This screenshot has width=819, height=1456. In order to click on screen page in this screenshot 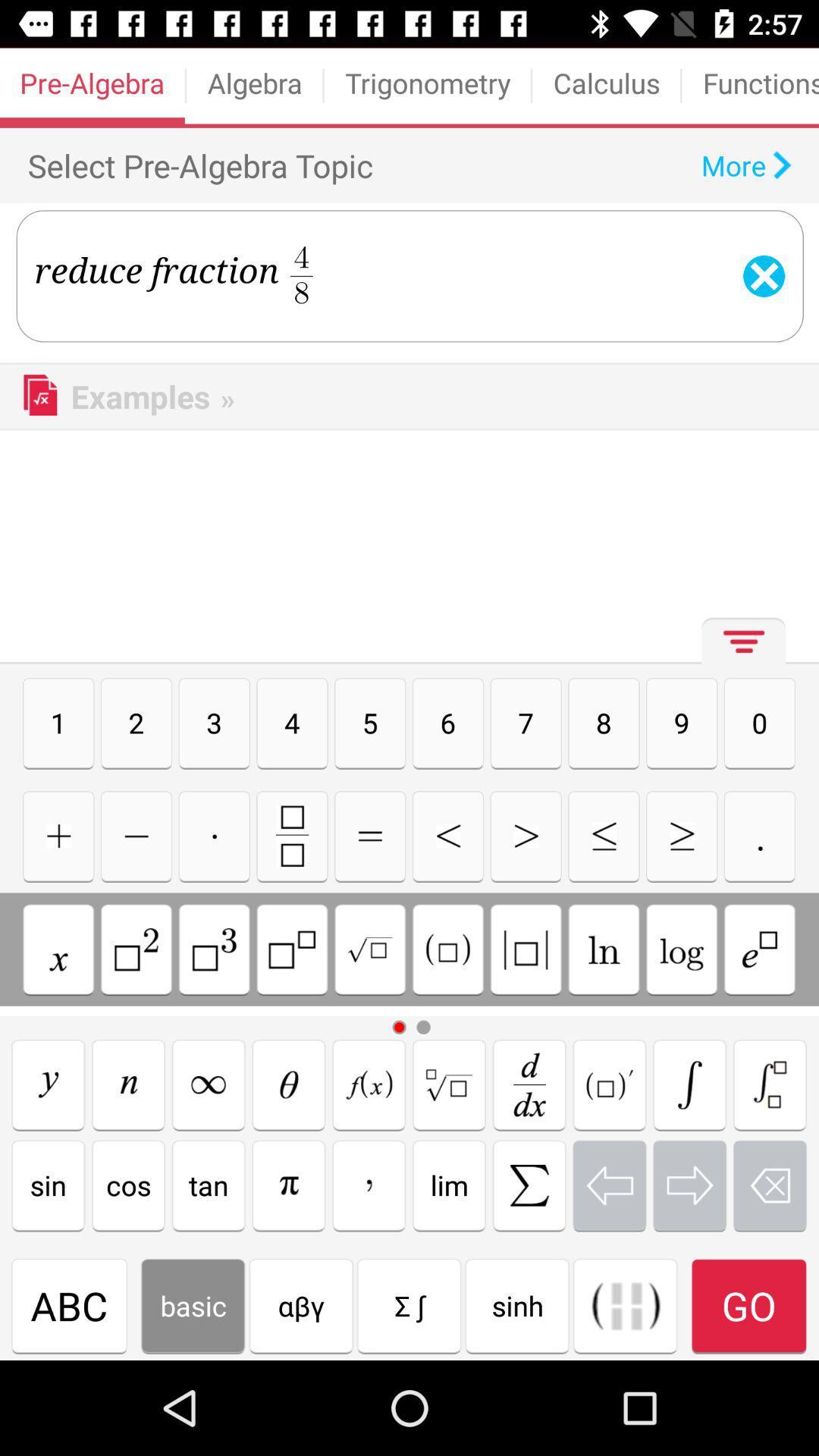, I will do `click(289, 1084)`.